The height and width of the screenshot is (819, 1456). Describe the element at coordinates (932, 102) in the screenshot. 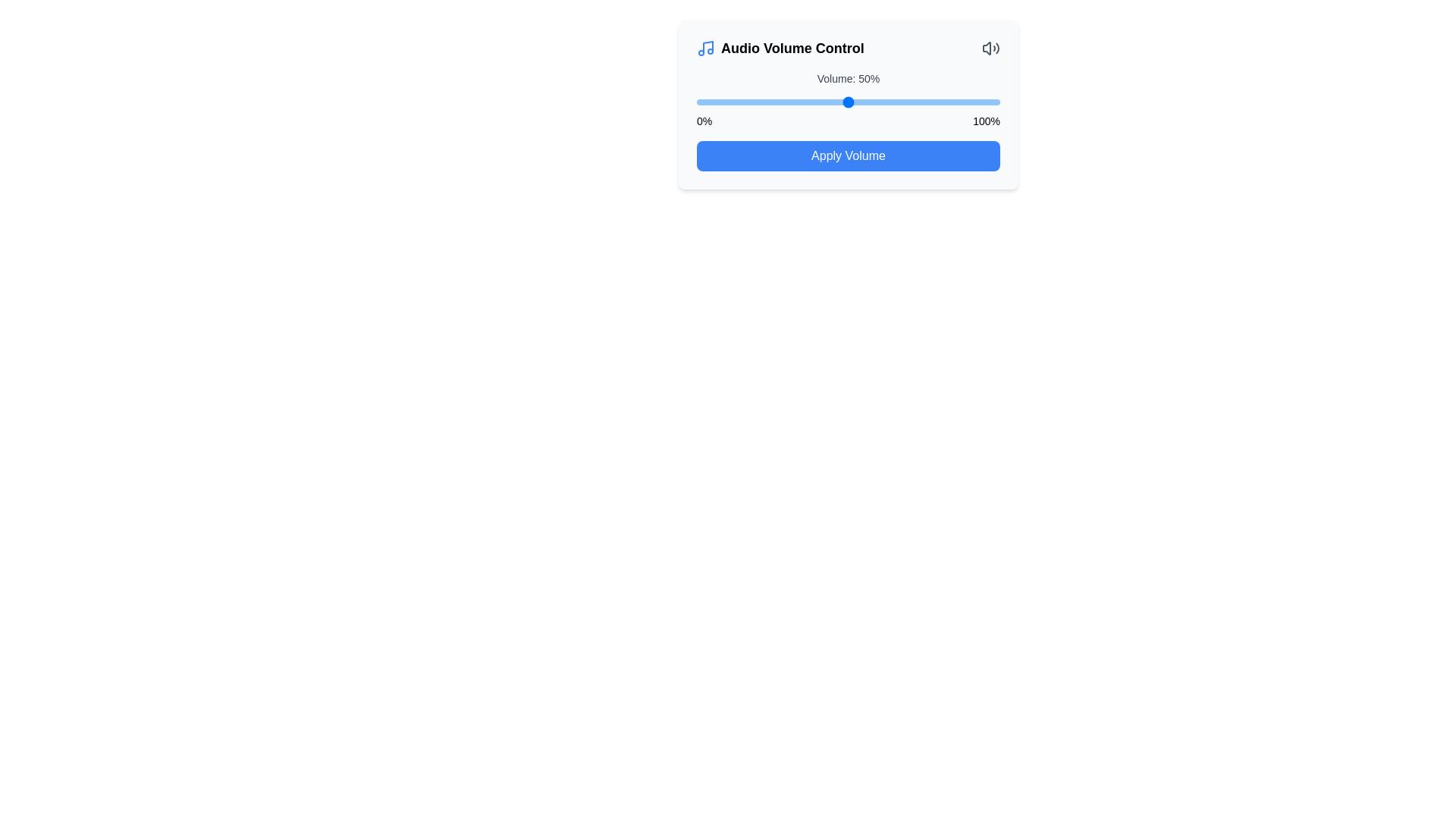

I see `the volume level` at that location.